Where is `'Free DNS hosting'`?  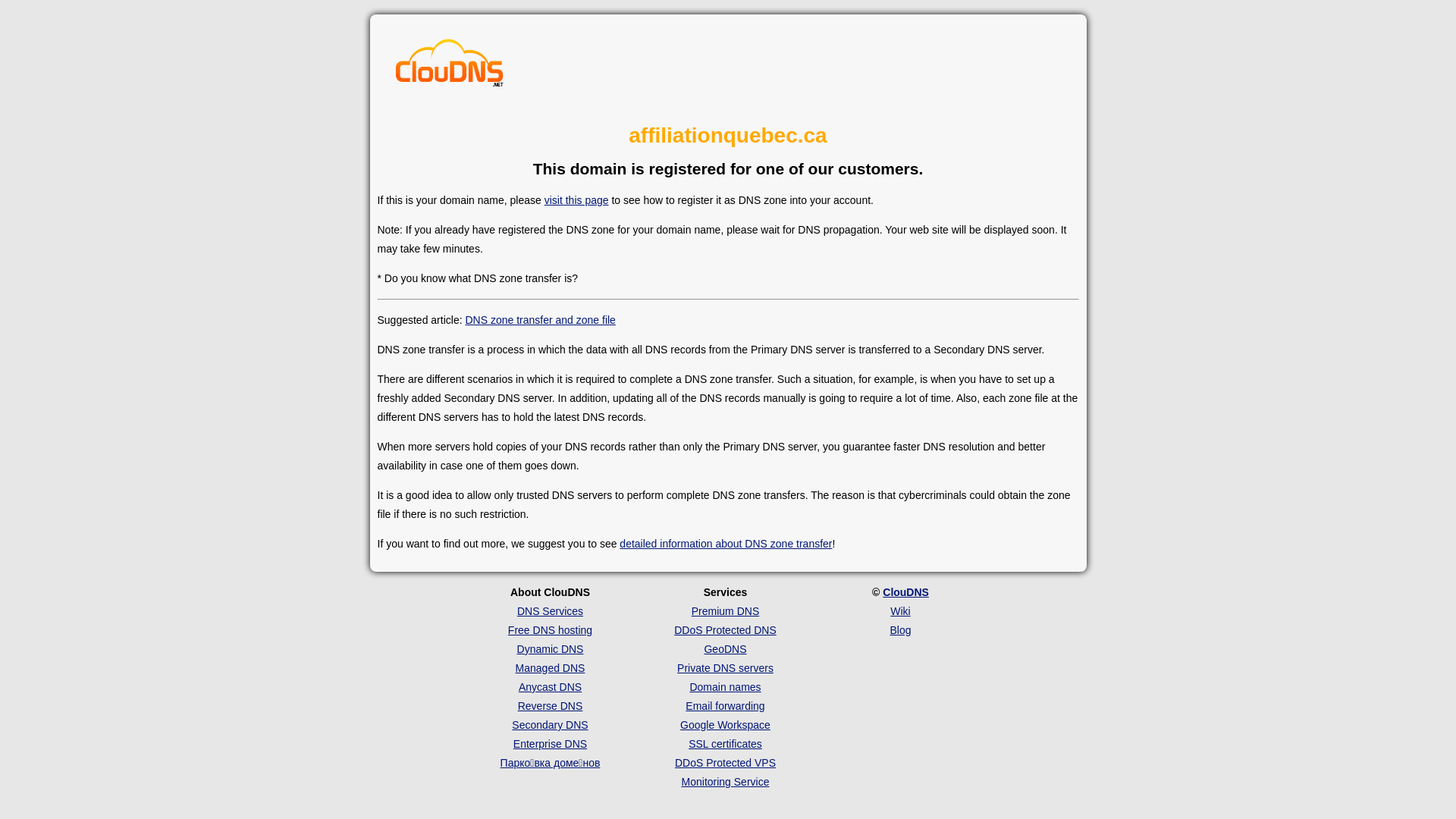 'Free DNS hosting' is located at coordinates (549, 629).